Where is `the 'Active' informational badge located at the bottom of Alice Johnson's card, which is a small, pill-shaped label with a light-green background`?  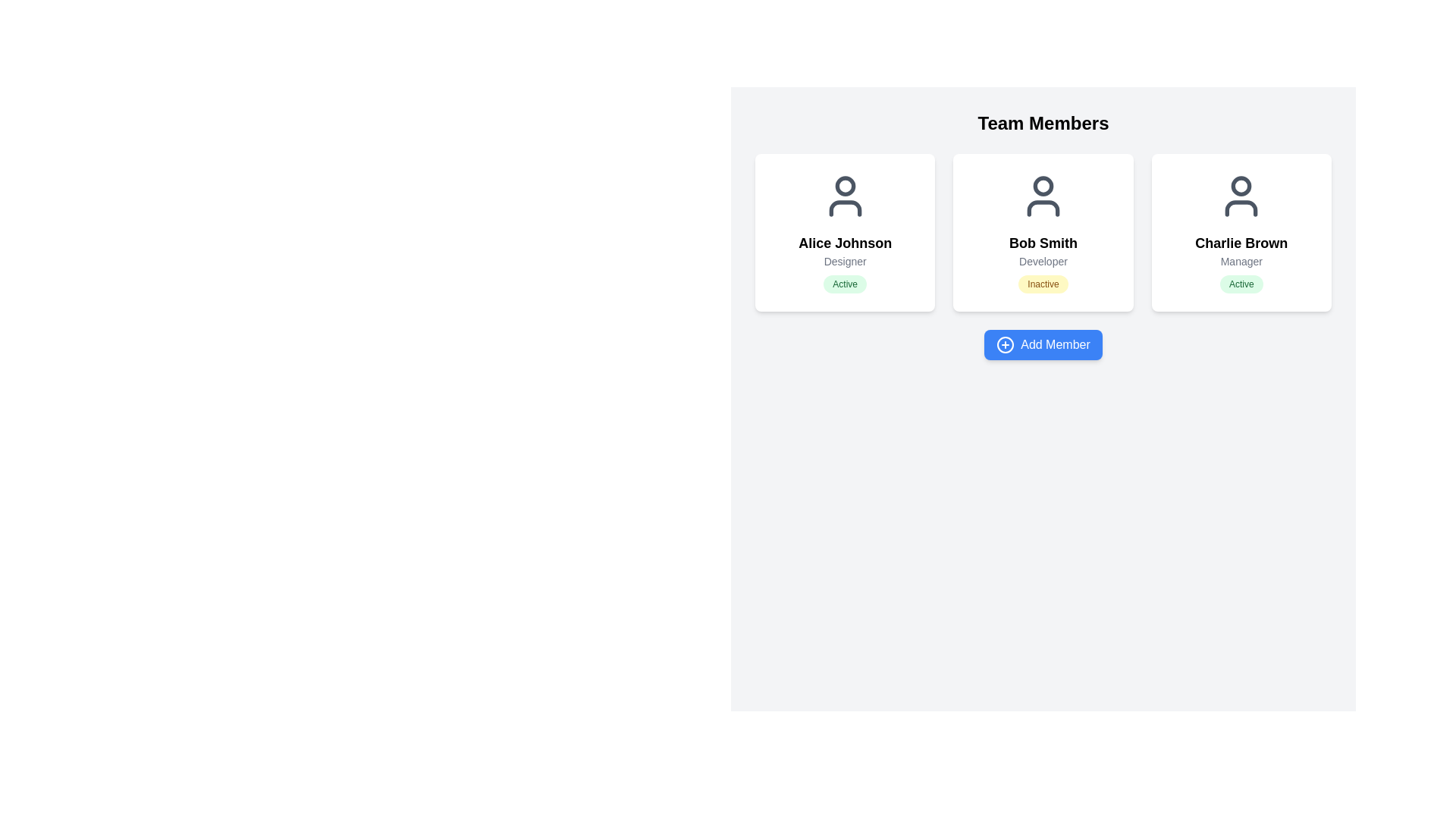 the 'Active' informational badge located at the bottom of Alice Johnson's card, which is a small, pill-shaped label with a light-green background is located at coordinates (844, 284).